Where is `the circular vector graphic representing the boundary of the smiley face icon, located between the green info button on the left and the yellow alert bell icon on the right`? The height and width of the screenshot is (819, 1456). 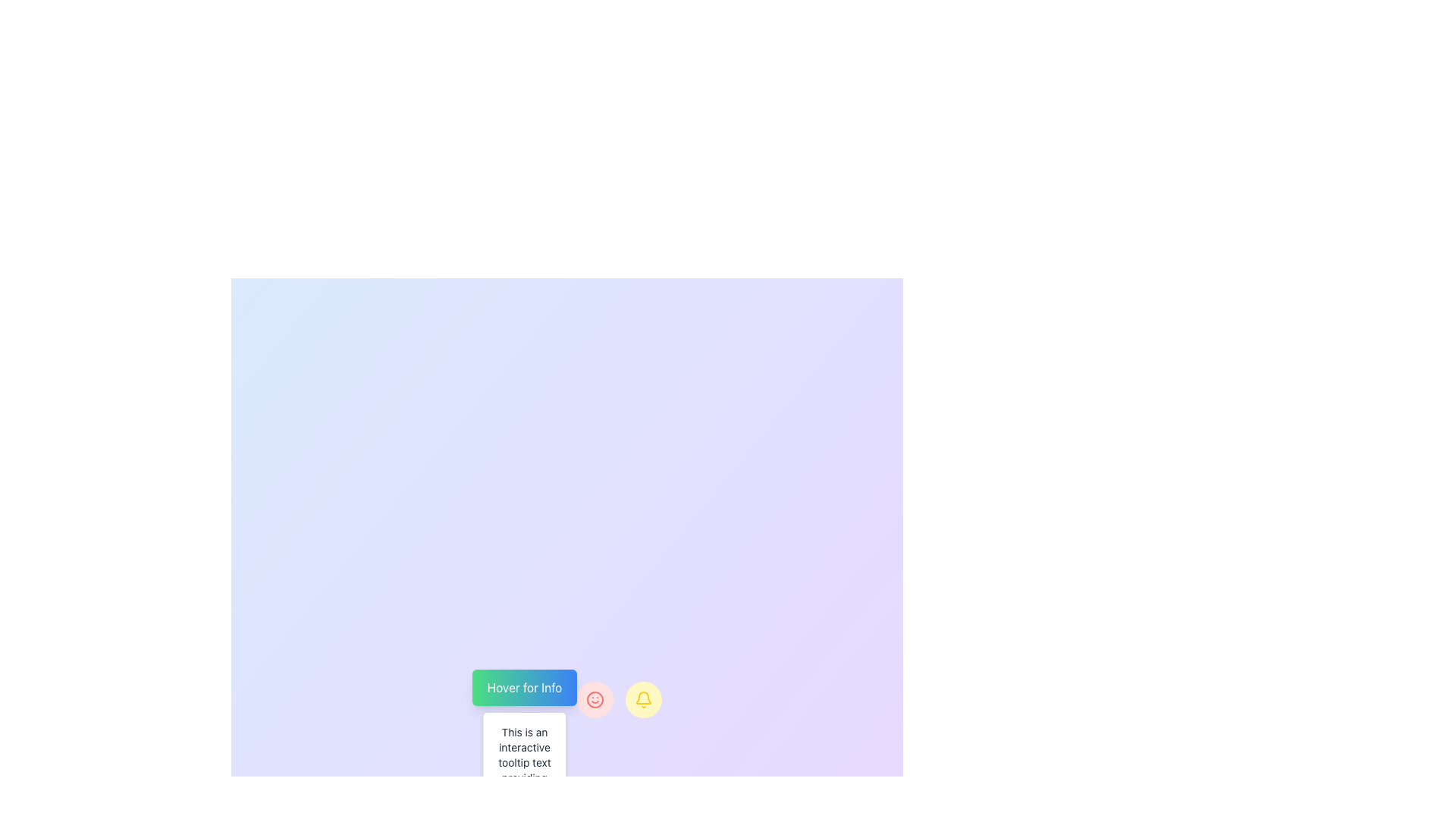 the circular vector graphic representing the boundary of the smiley face icon, located between the green info button on the left and the yellow alert bell icon on the right is located at coordinates (595, 699).